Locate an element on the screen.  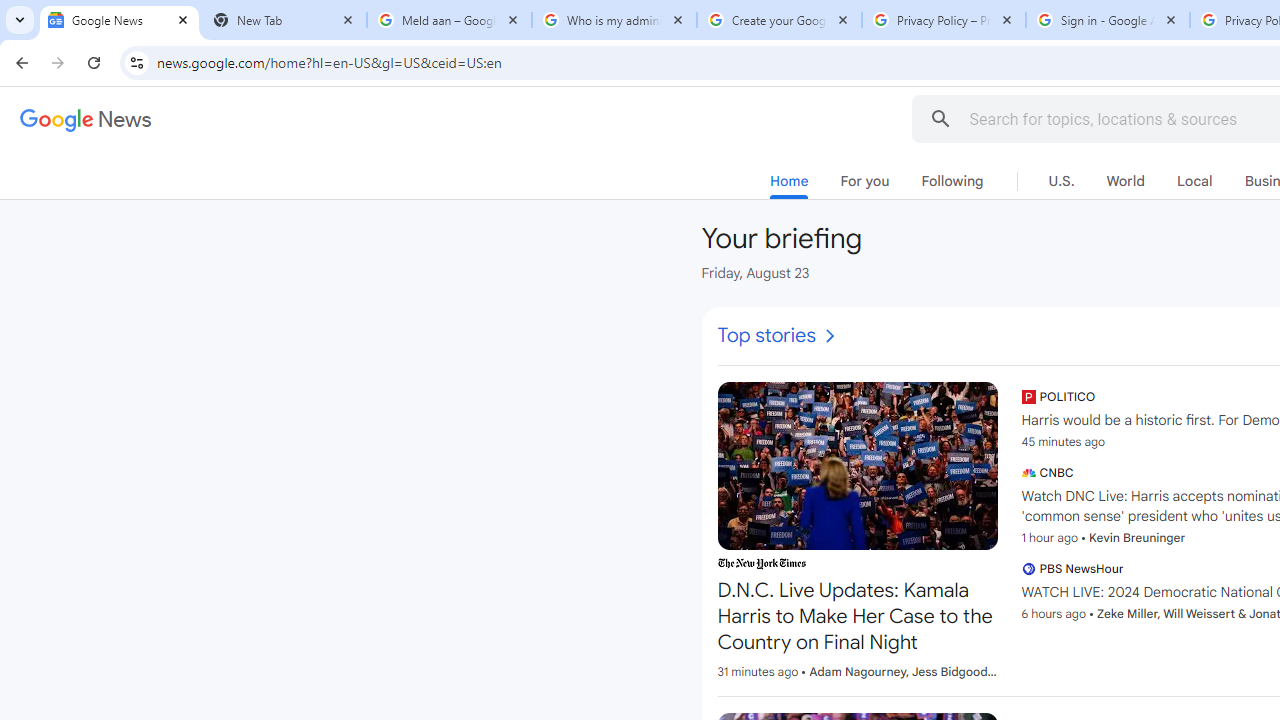
'Who is my administrator? - Google Account Help' is located at coordinates (614, 20).